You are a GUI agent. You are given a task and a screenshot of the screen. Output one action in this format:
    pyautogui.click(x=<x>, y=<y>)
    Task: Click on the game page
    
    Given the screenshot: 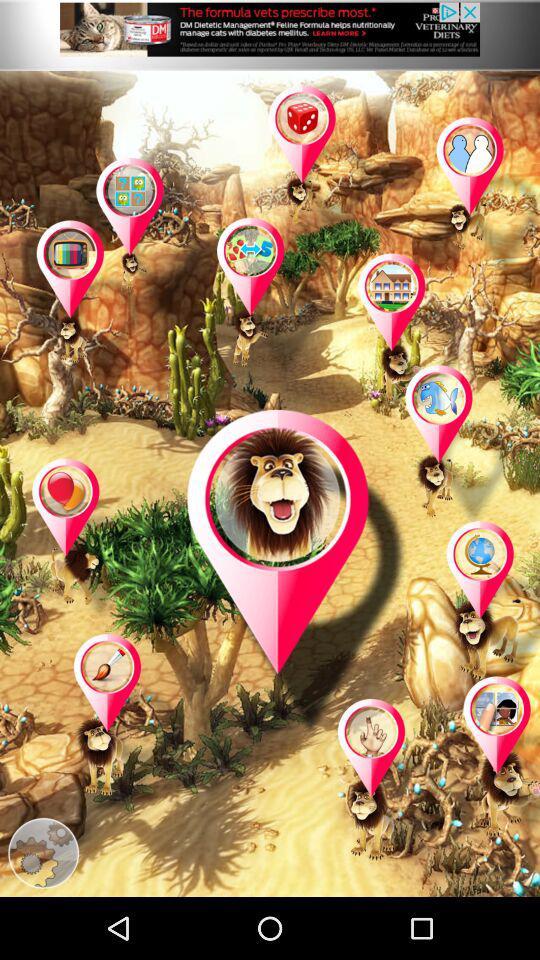 What is the action you would take?
    pyautogui.click(x=270, y=298)
    